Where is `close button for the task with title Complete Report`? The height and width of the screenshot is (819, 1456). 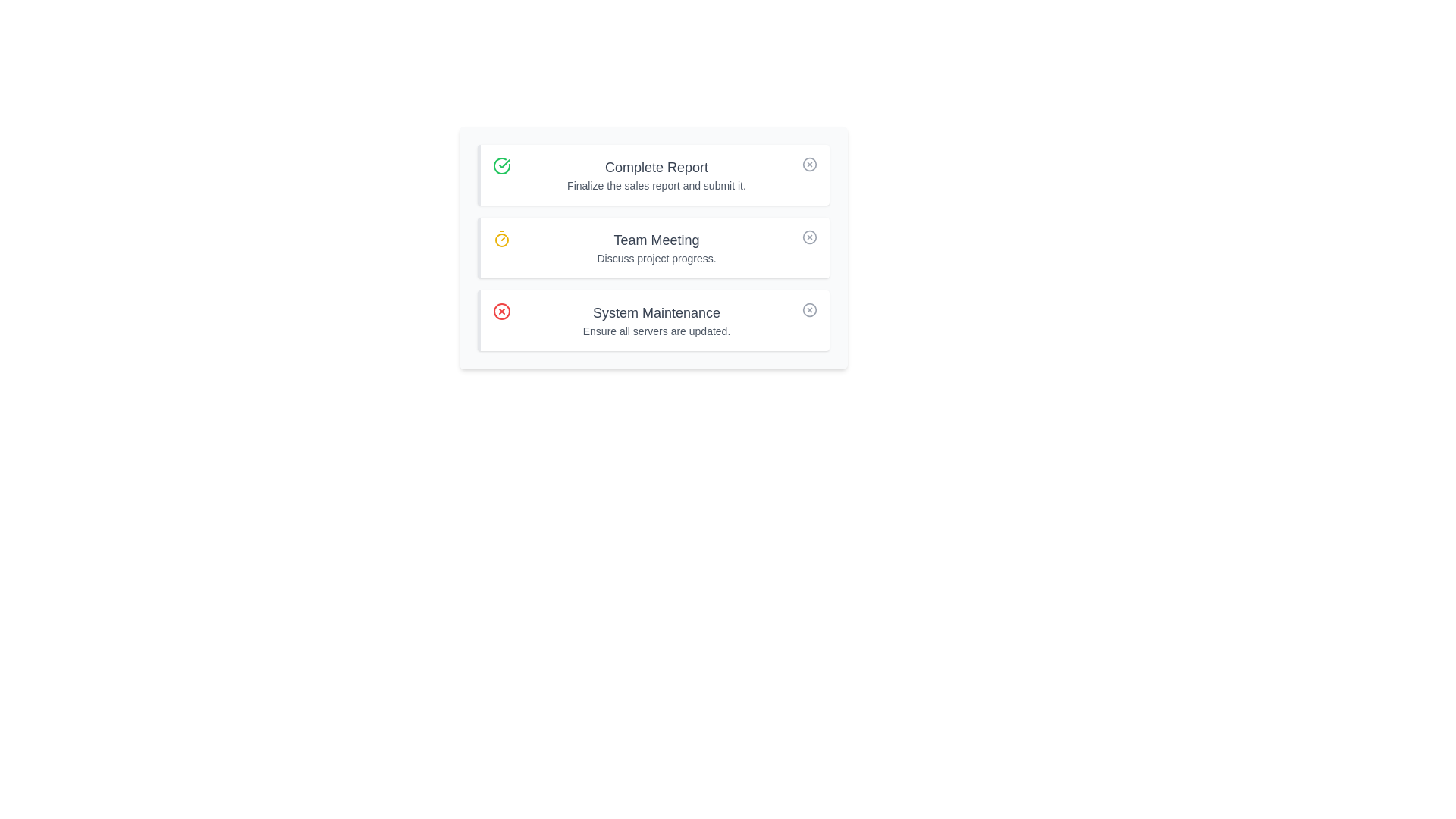
close button for the task with title Complete Report is located at coordinates (809, 164).